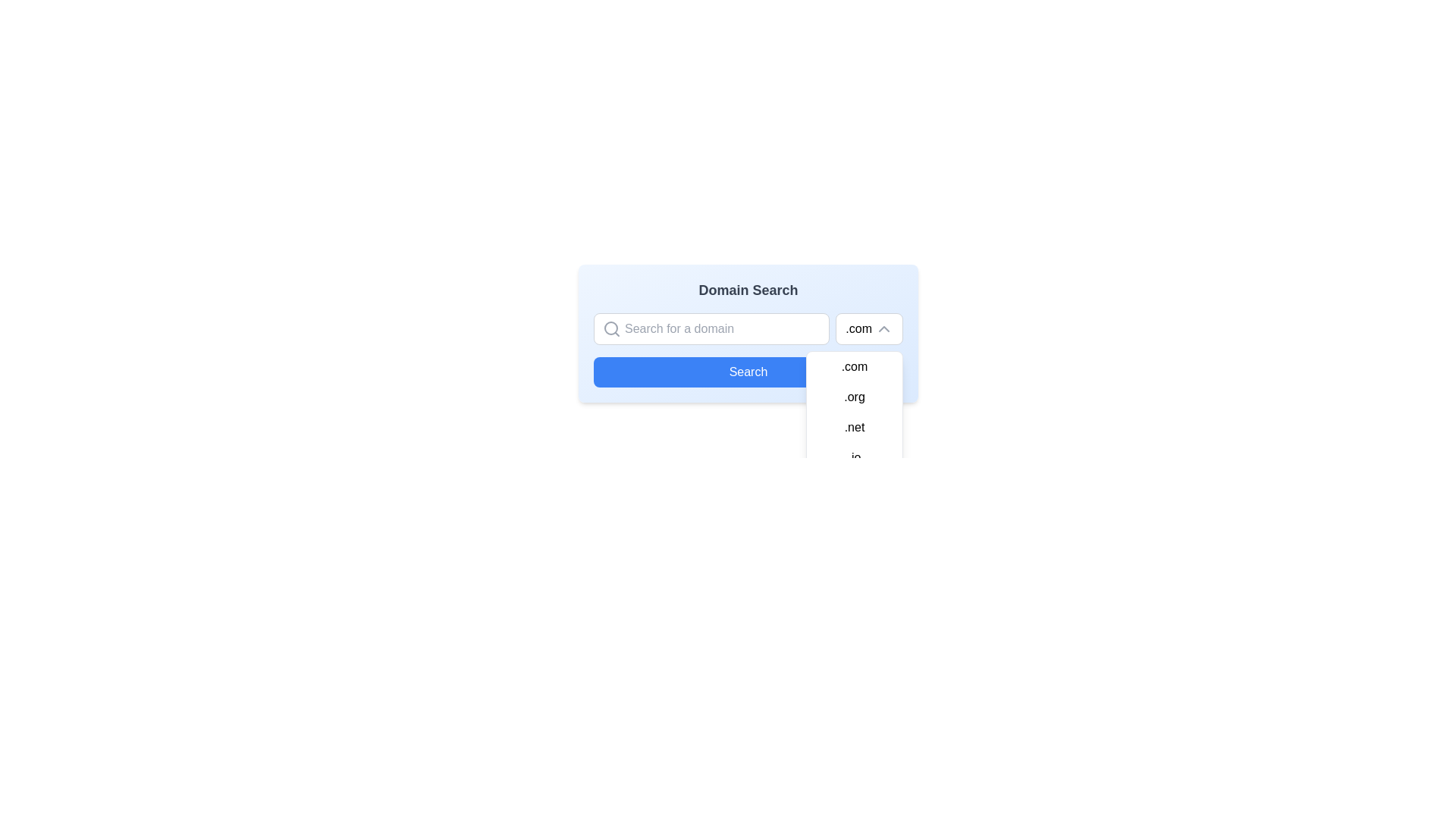 The width and height of the screenshot is (1456, 819). Describe the element at coordinates (611, 327) in the screenshot. I see `the SVG circle element that forms the main body of the magnifying-glass icon located to the left of the 'Search for a domain' input field` at that location.